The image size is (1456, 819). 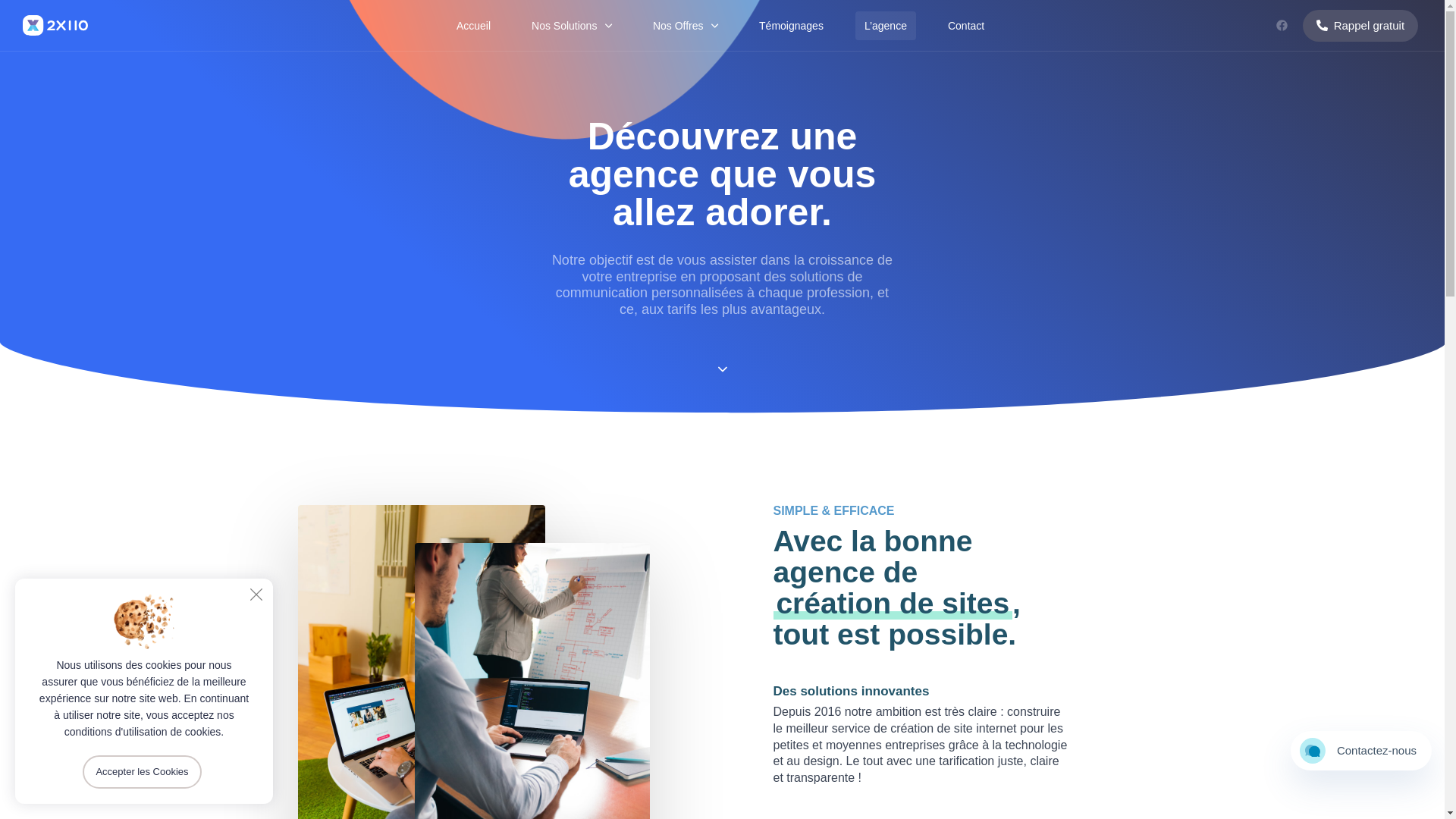 What do you see at coordinates (142, 772) in the screenshot?
I see `'Accepter les Cookies'` at bounding box center [142, 772].